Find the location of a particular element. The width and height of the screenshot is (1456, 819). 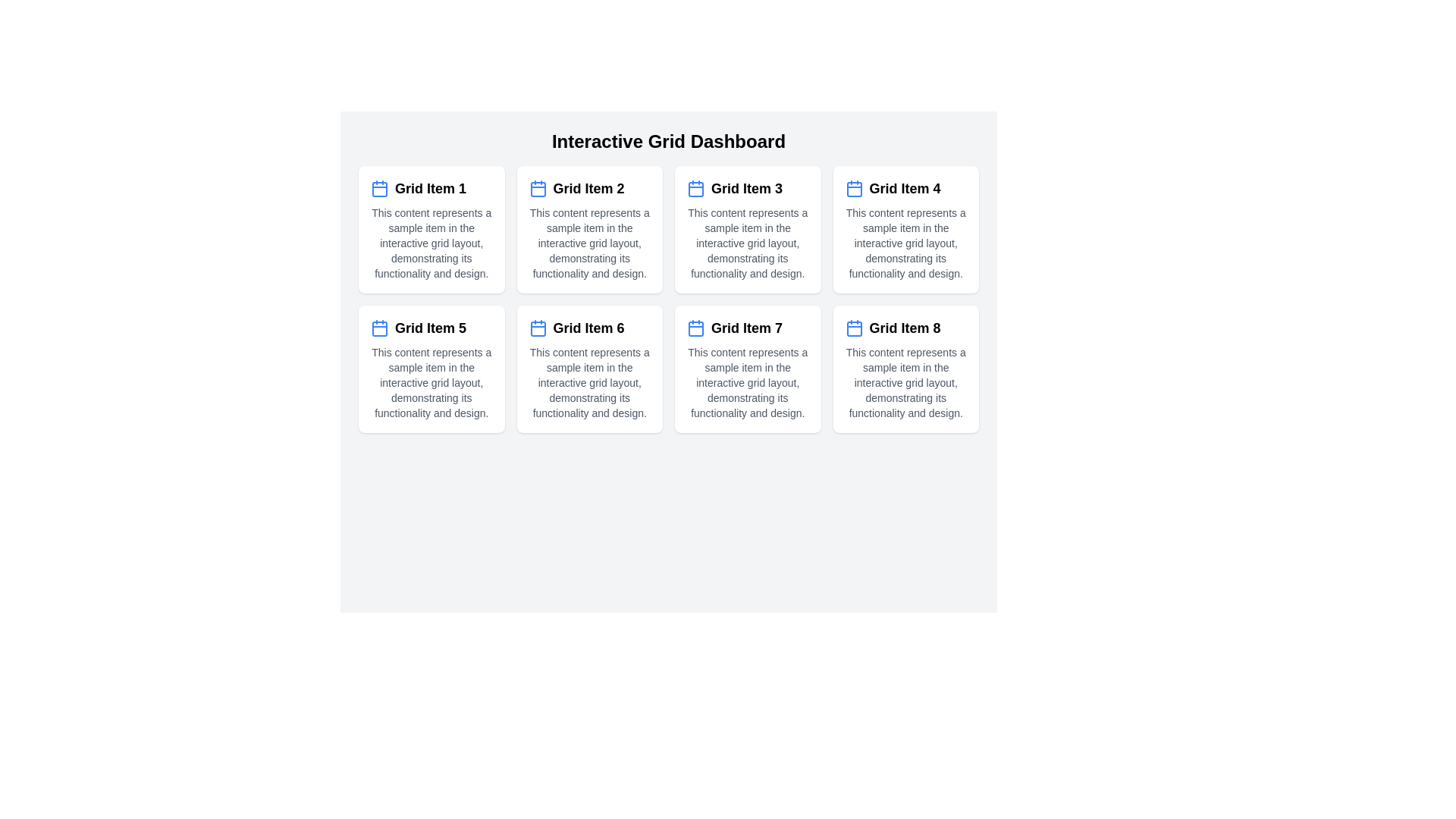

the card titled 'Grid Item 5', which contains descriptive text about a sample item in the interactive grid layout is located at coordinates (431, 369).